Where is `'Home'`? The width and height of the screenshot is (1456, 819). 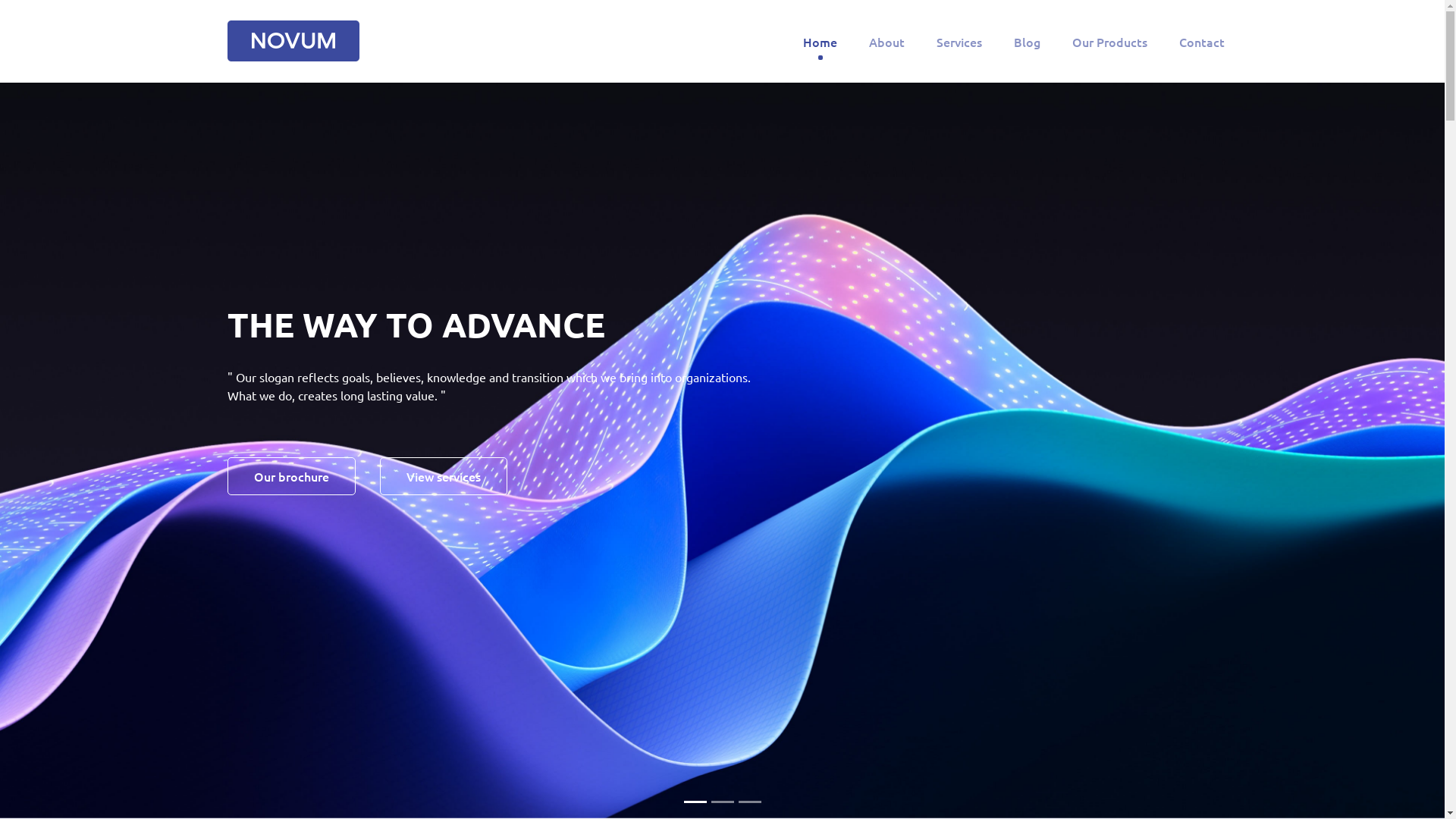 'Home' is located at coordinates (799, 40).